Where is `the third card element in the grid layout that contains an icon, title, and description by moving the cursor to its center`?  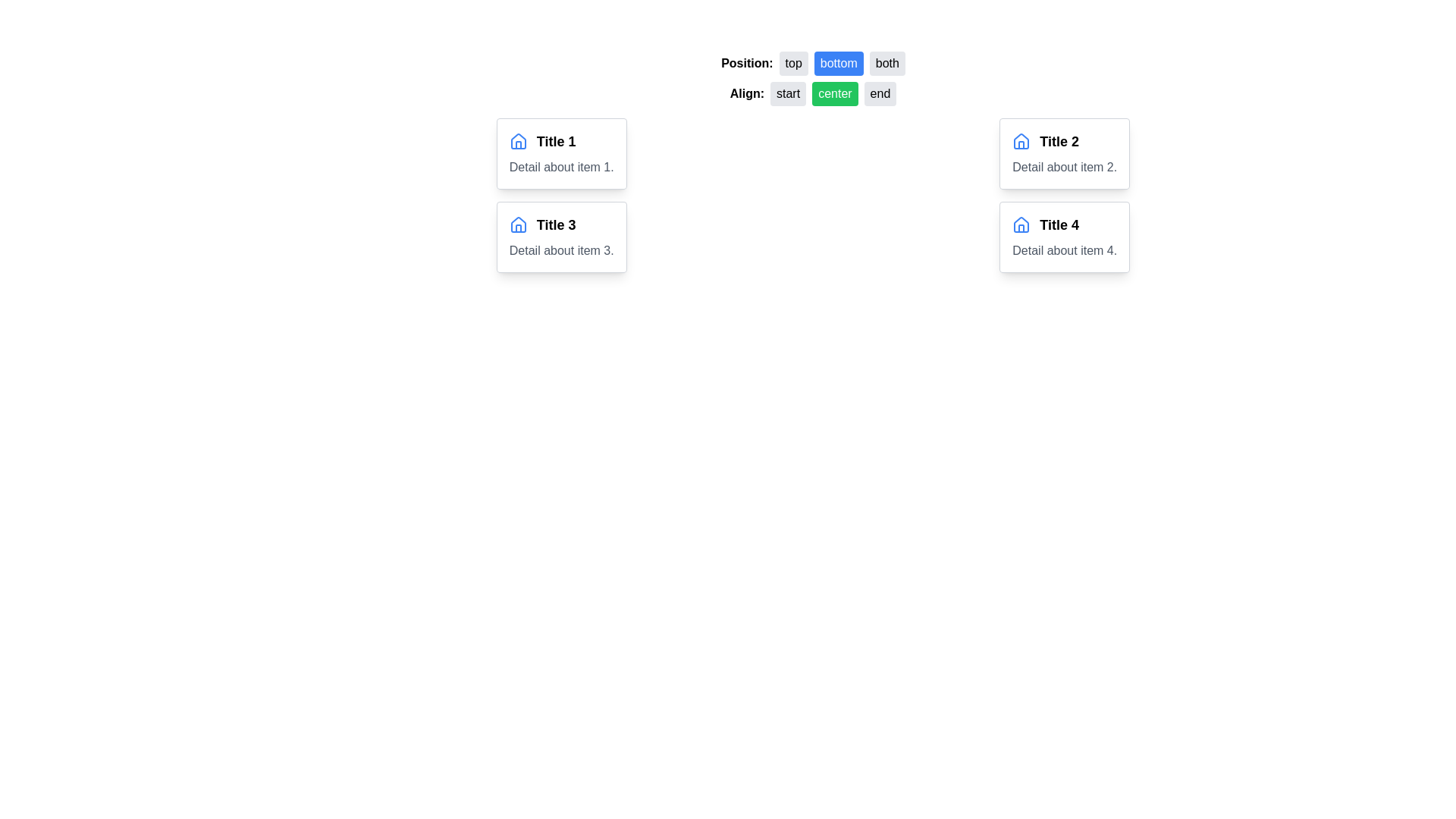 the third card element in the grid layout that contains an icon, title, and description by moving the cursor to its center is located at coordinates (560, 237).